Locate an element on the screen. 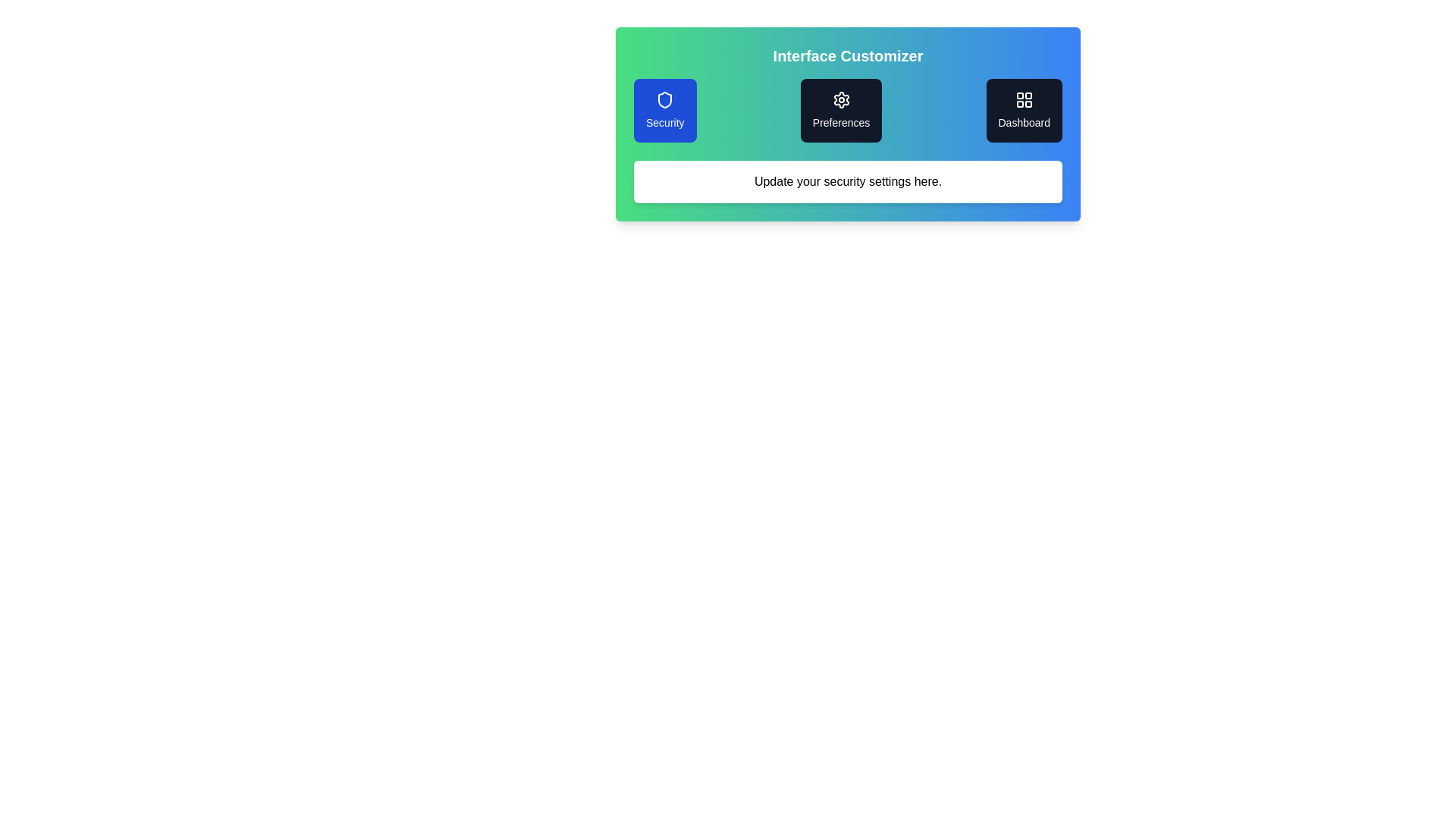 The height and width of the screenshot is (819, 1456). 'Preferences' icon located centrally in the interface, positioned between the 'Security' tile and the 'Dashboard' tile, to see details is located at coordinates (840, 99).